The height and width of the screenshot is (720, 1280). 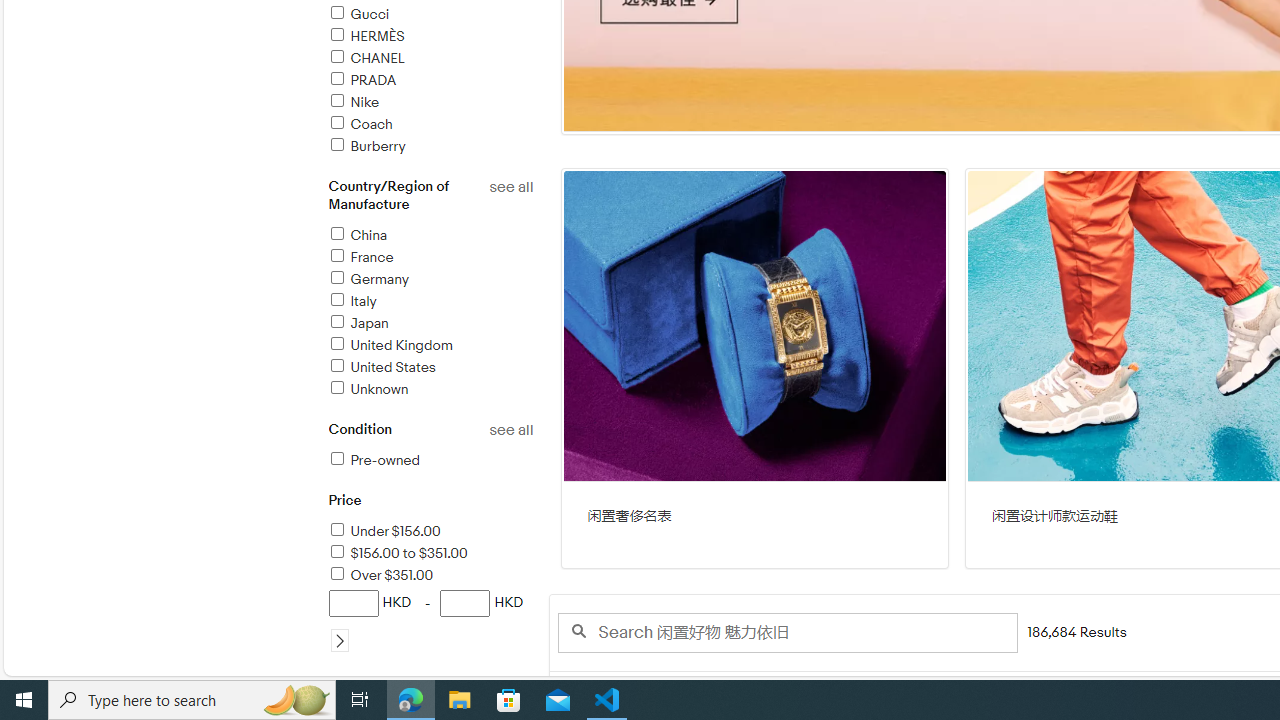 What do you see at coordinates (365, 57) in the screenshot?
I see `'CHANEL'` at bounding box center [365, 57].